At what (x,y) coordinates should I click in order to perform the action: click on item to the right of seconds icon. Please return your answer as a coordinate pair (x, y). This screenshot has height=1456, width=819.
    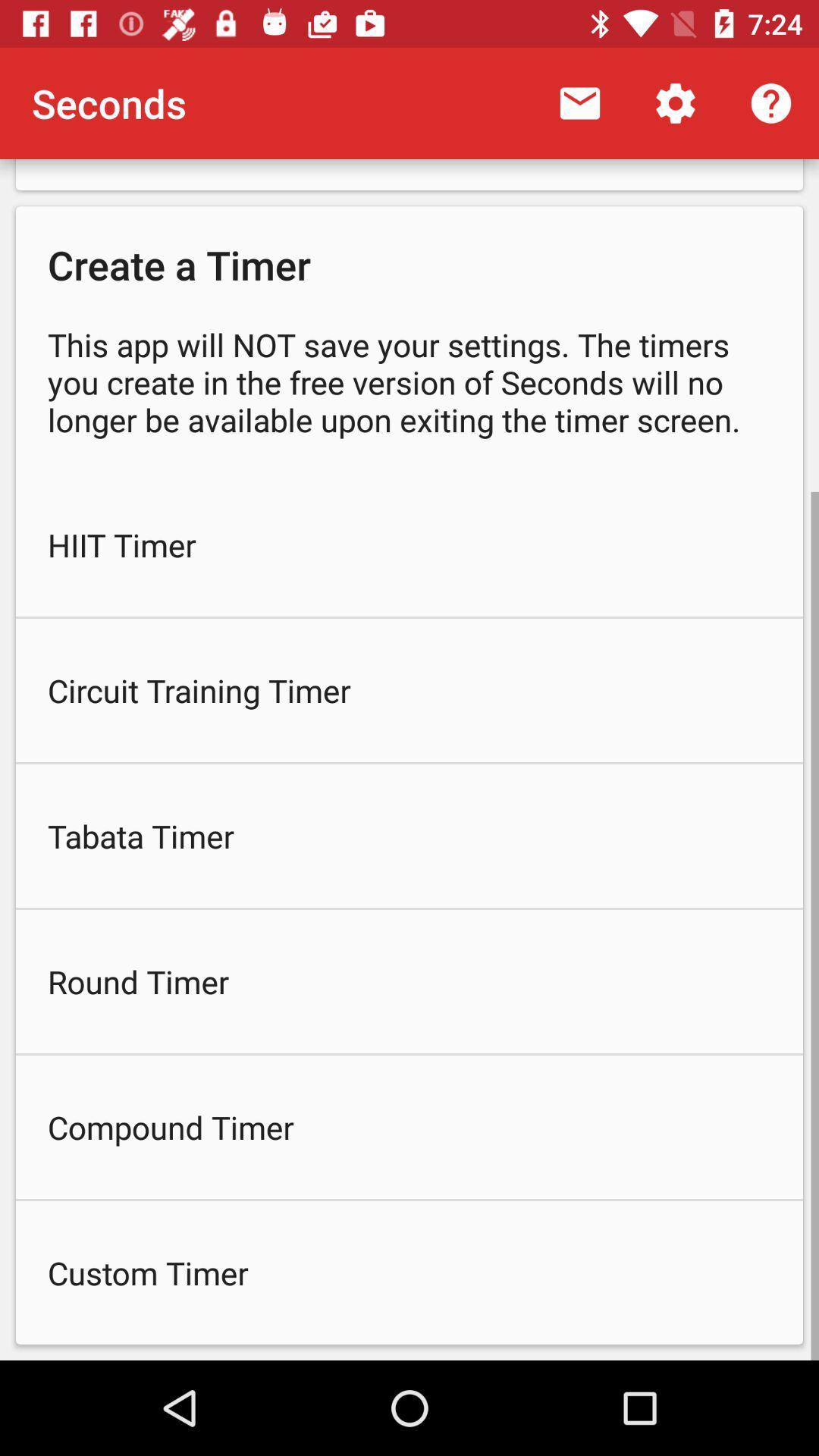
    Looking at the image, I should click on (579, 102).